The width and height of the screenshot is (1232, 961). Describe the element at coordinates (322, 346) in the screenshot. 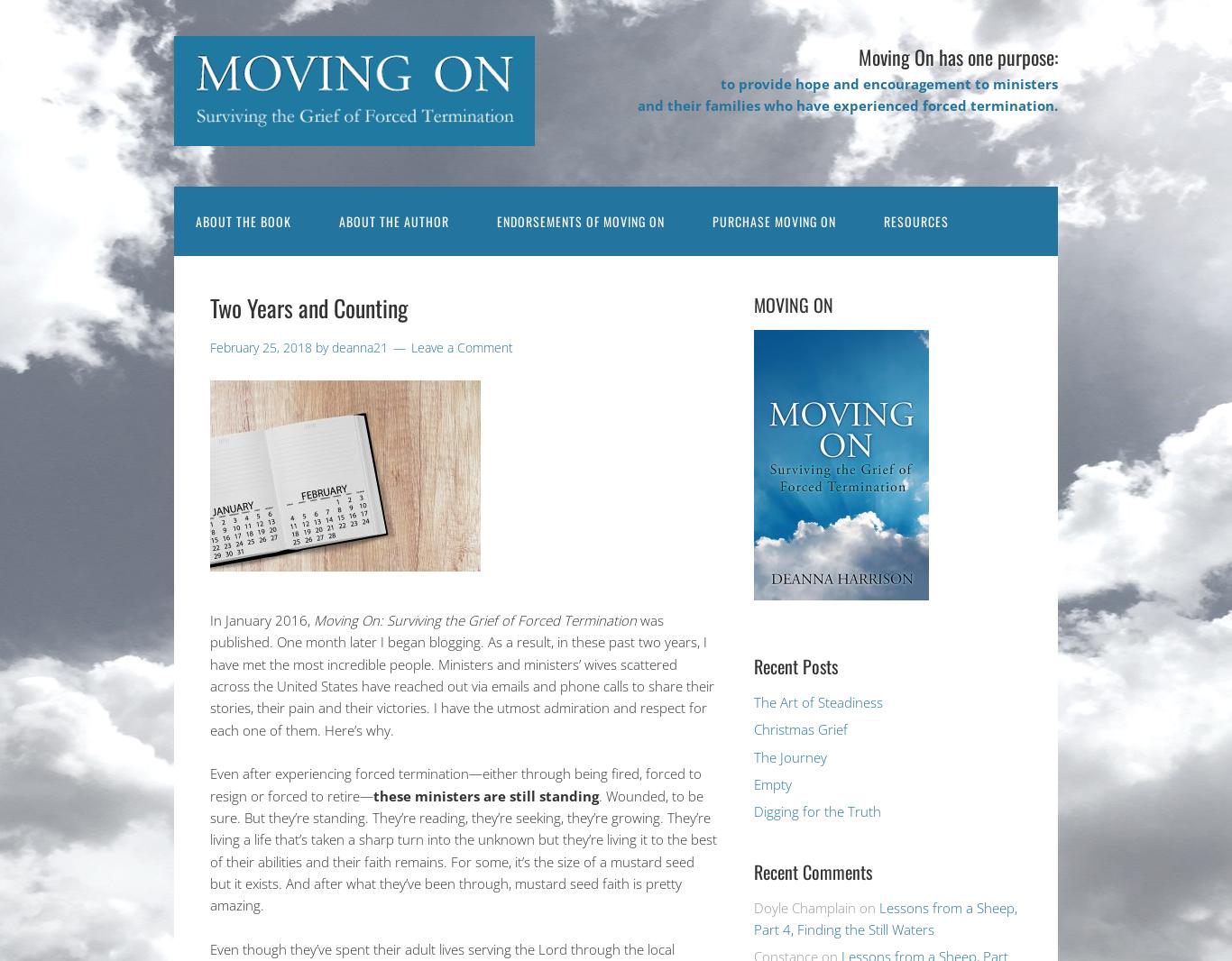

I see `'by'` at that location.